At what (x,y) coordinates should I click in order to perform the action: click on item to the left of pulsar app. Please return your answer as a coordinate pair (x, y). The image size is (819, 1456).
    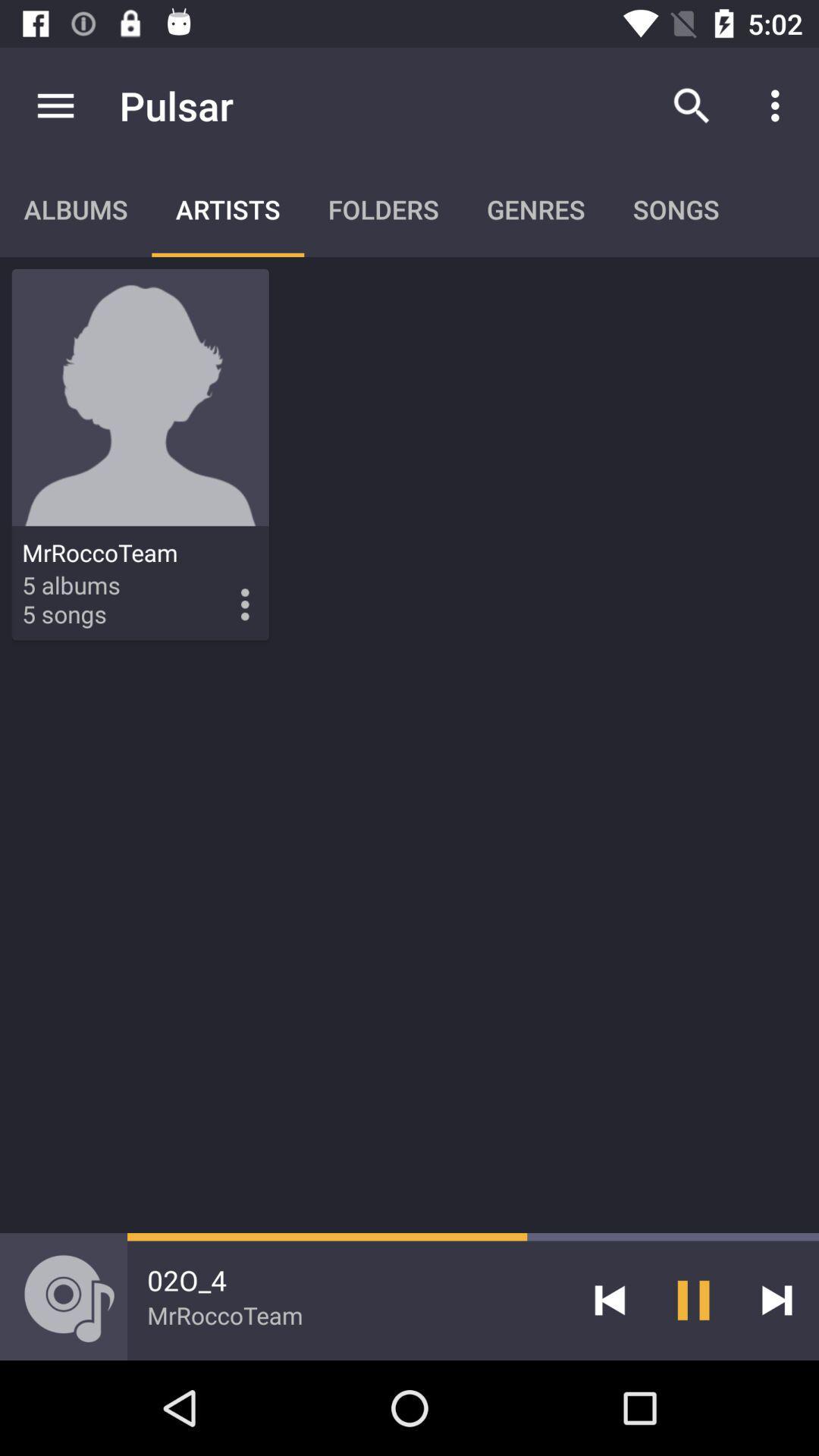
    Looking at the image, I should click on (55, 105).